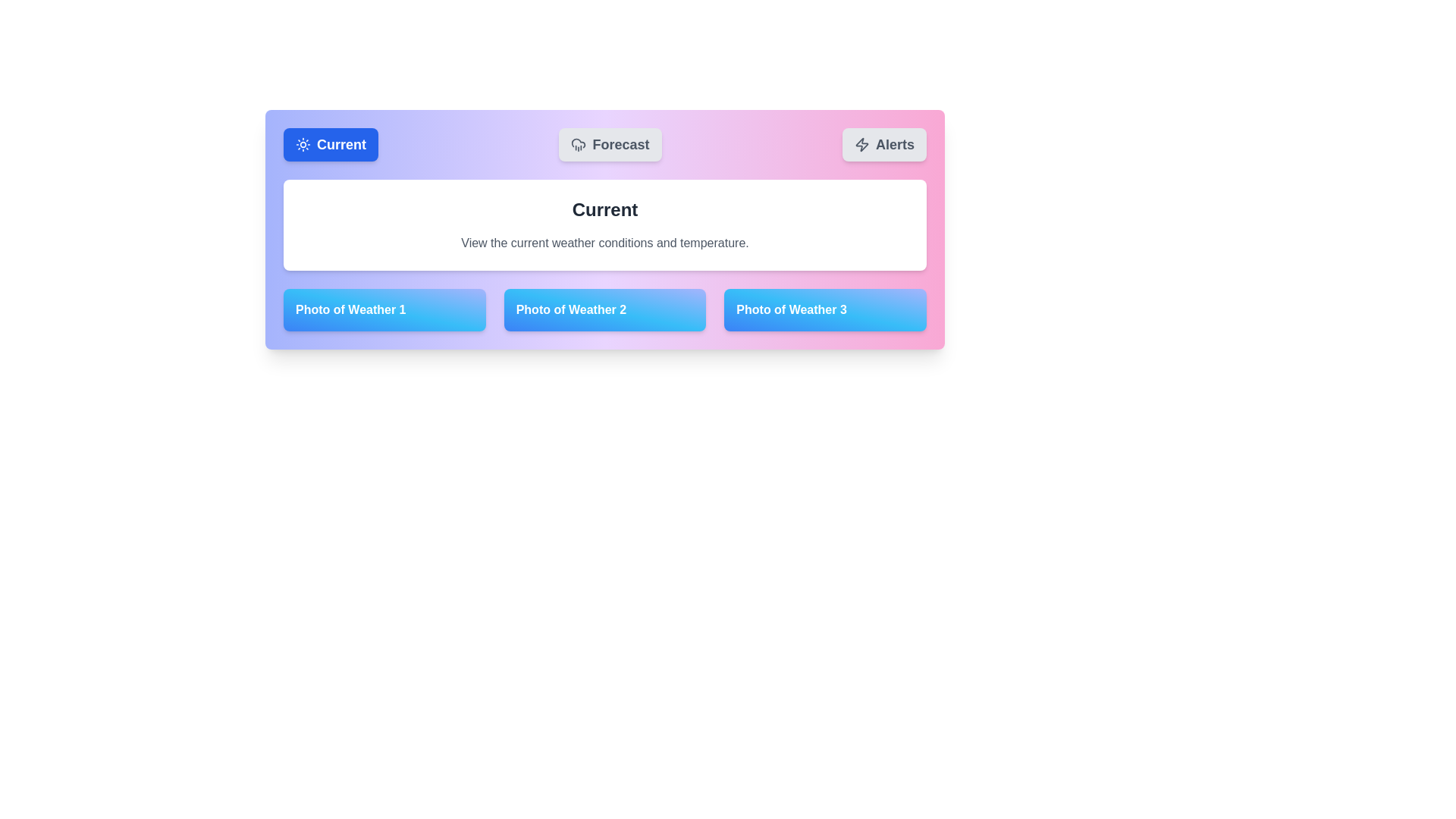 Image resolution: width=1456 pixels, height=819 pixels. What do you see at coordinates (330, 145) in the screenshot?
I see `the leftmost button in the button group for weather conditions to scale it` at bounding box center [330, 145].